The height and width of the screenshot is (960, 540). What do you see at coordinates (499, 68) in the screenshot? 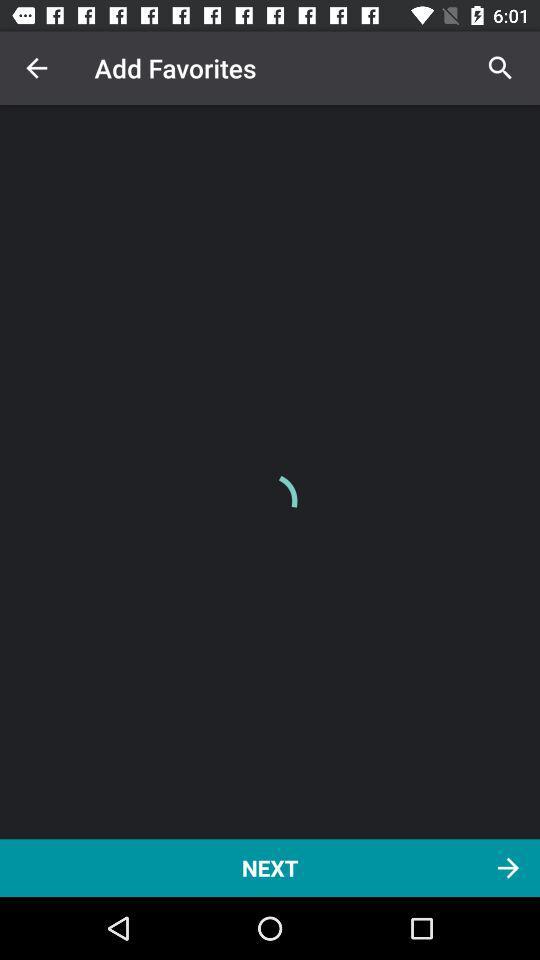
I see `icon at the top right corner` at bounding box center [499, 68].